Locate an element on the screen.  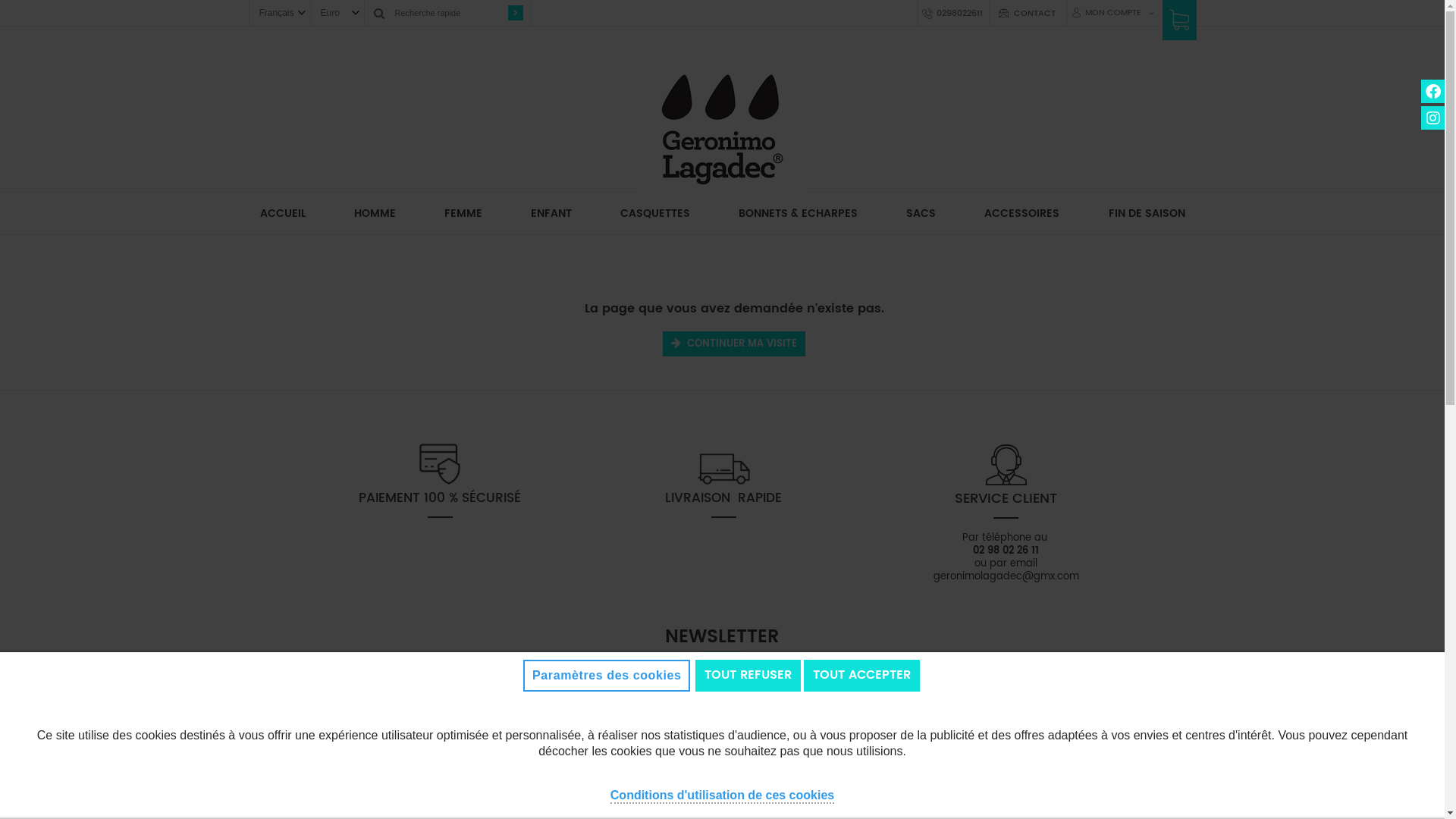
'HOMME' is located at coordinates (341, 213).